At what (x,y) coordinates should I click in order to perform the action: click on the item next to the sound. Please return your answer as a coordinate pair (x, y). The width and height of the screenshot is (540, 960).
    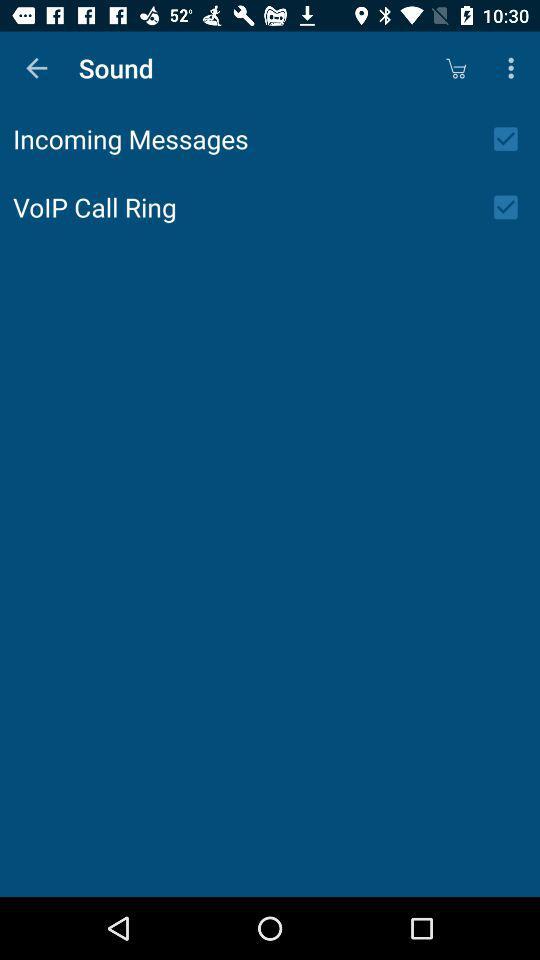
    Looking at the image, I should click on (36, 68).